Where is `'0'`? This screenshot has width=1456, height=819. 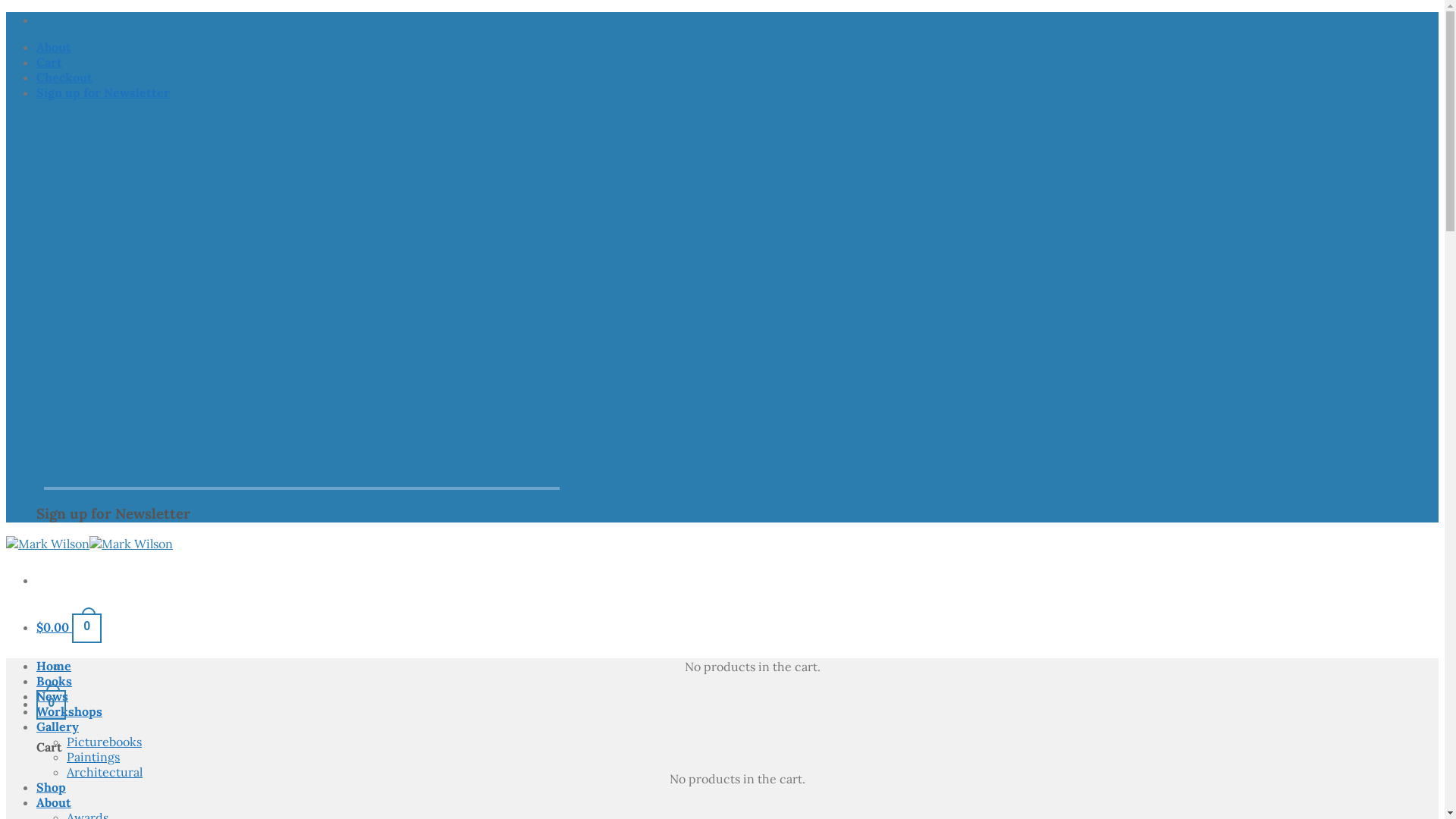 '0' is located at coordinates (51, 704).